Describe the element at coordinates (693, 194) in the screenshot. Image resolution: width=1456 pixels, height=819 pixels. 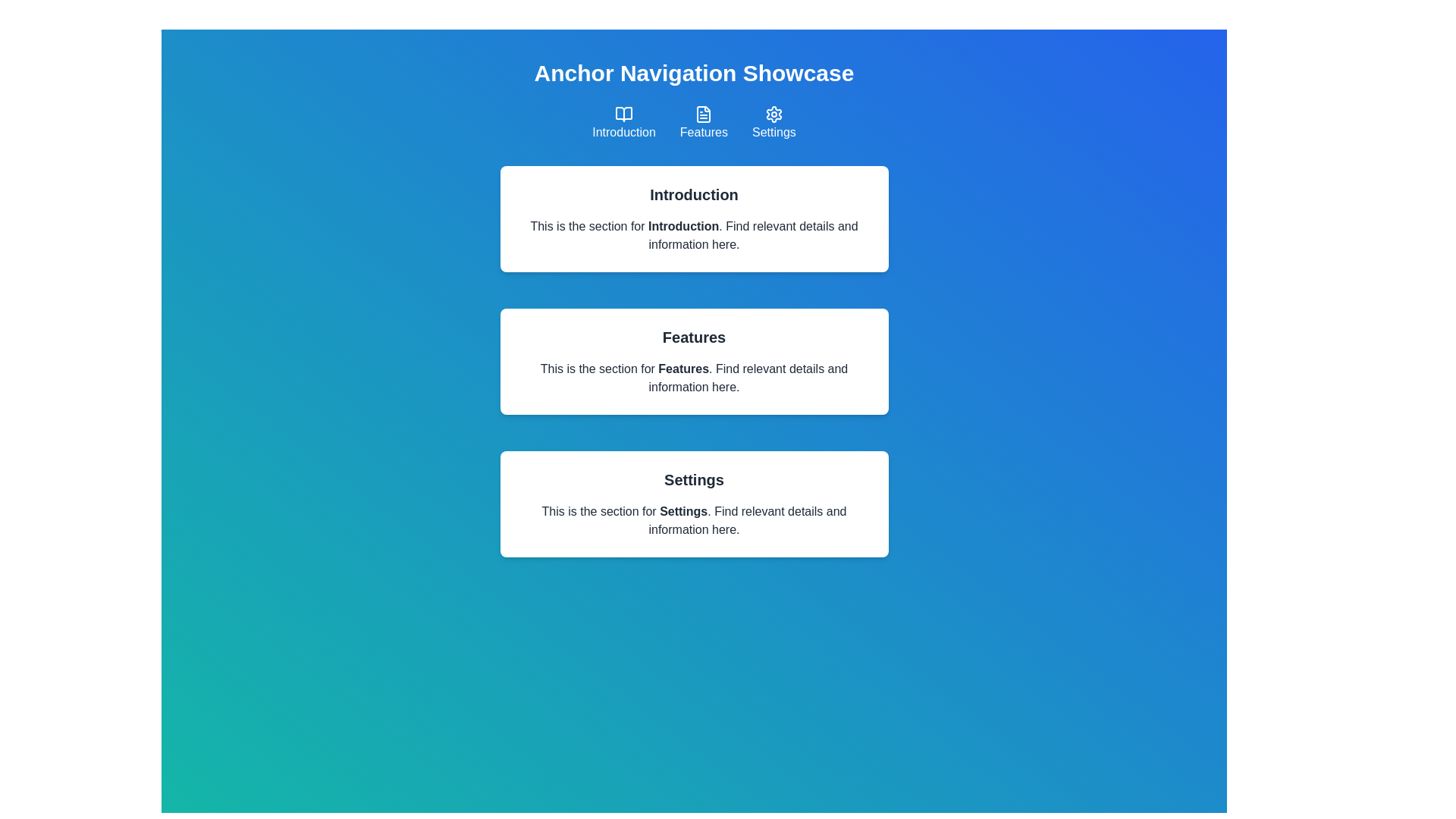
I see `the bold textual heading displaying the word 'Introduction' that is prominently styled at the top of its section block` at that location.